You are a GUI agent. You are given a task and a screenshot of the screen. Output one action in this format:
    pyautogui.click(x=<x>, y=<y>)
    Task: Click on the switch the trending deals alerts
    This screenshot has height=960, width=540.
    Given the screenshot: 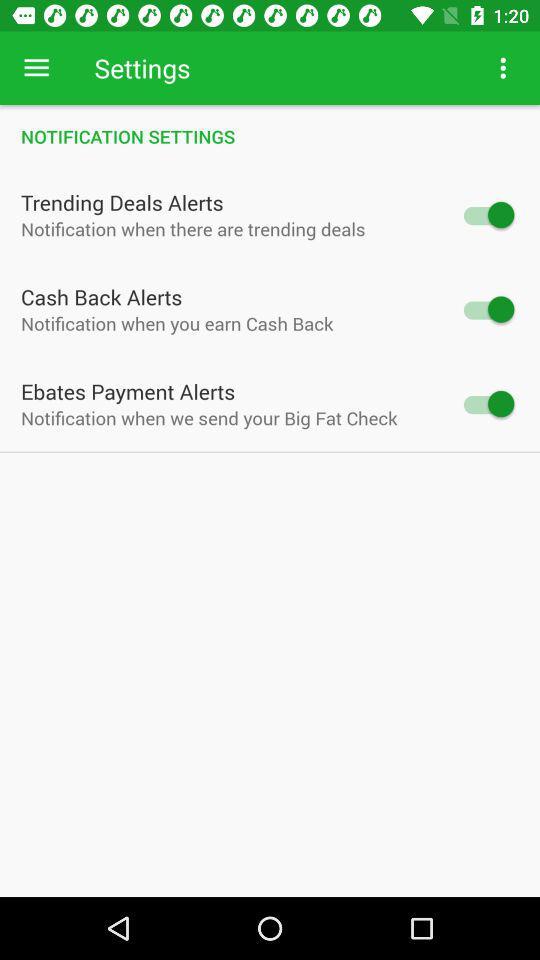 What is the action you would take?
    pyautogui.click(x=486, y=215)
    